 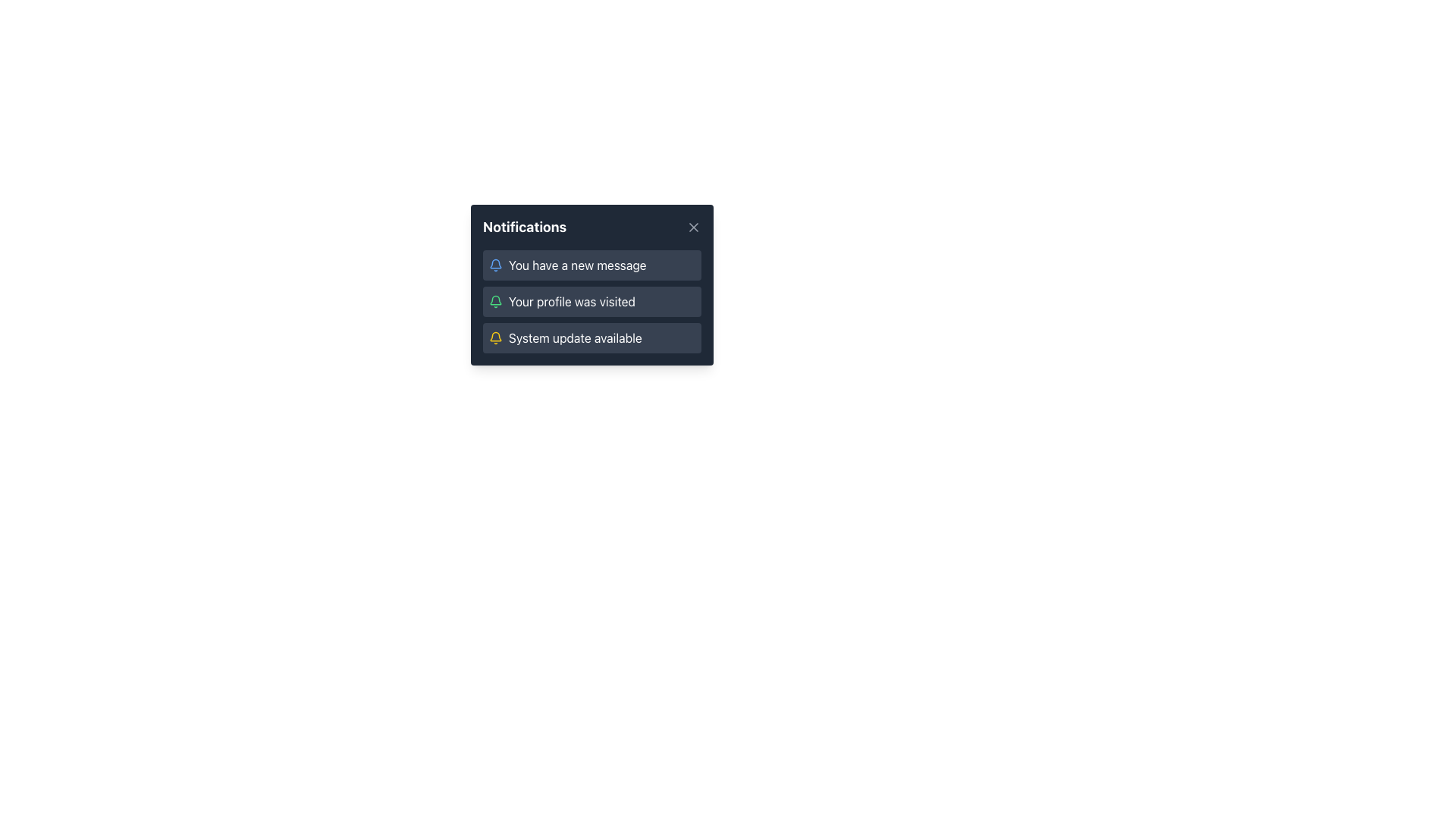 What do you see at coordinates (576, 265) in the screenshot?
I see `the text element displaying 'You have a new message', which is styled in light-colored text on a dark blue background, located next to a bell icon in the notifications list` at bounding box center [576, 265].